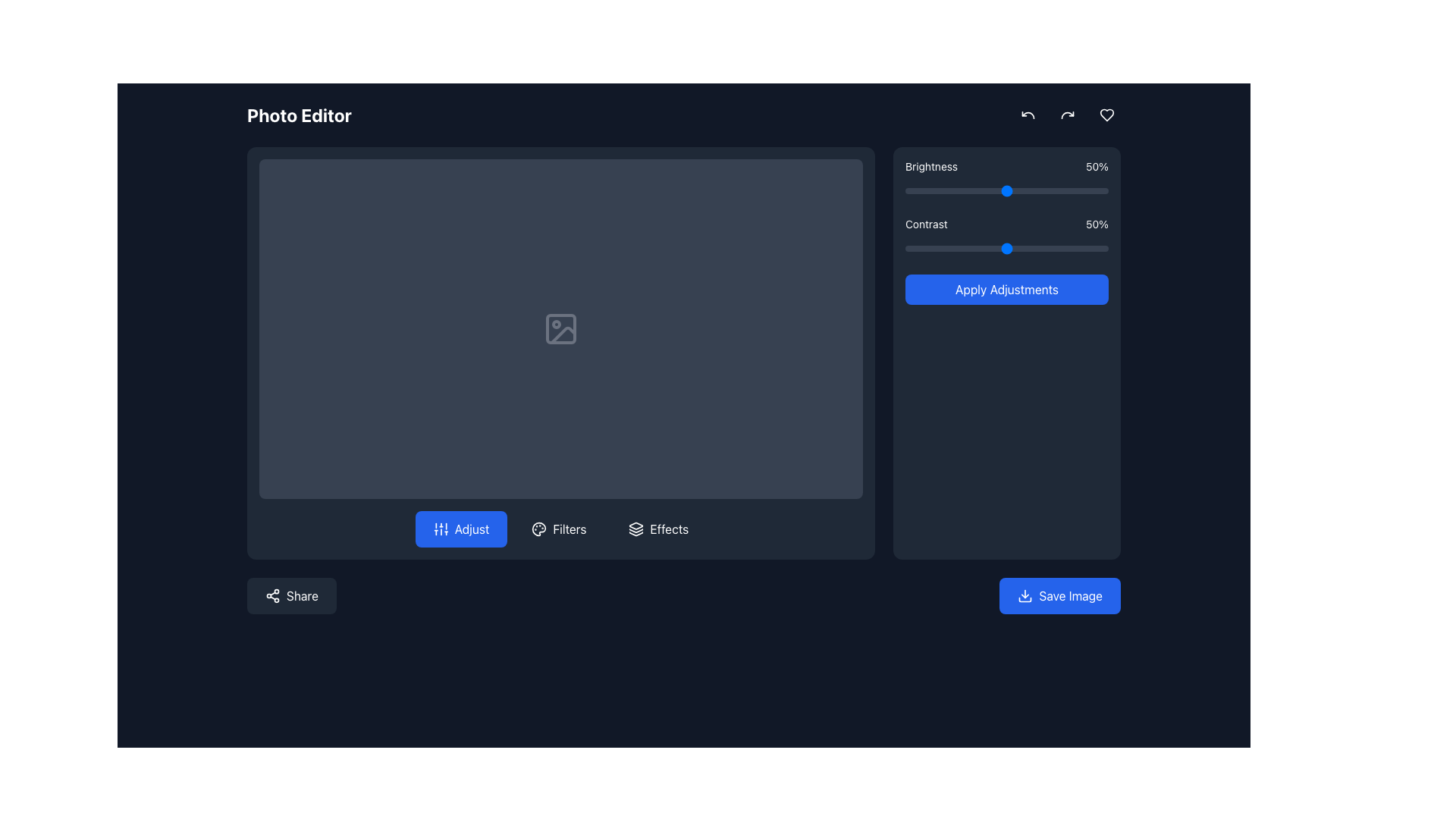 The width and height of the screenshot is (1456, 819). I want to click on brightness, so click(965, 190).